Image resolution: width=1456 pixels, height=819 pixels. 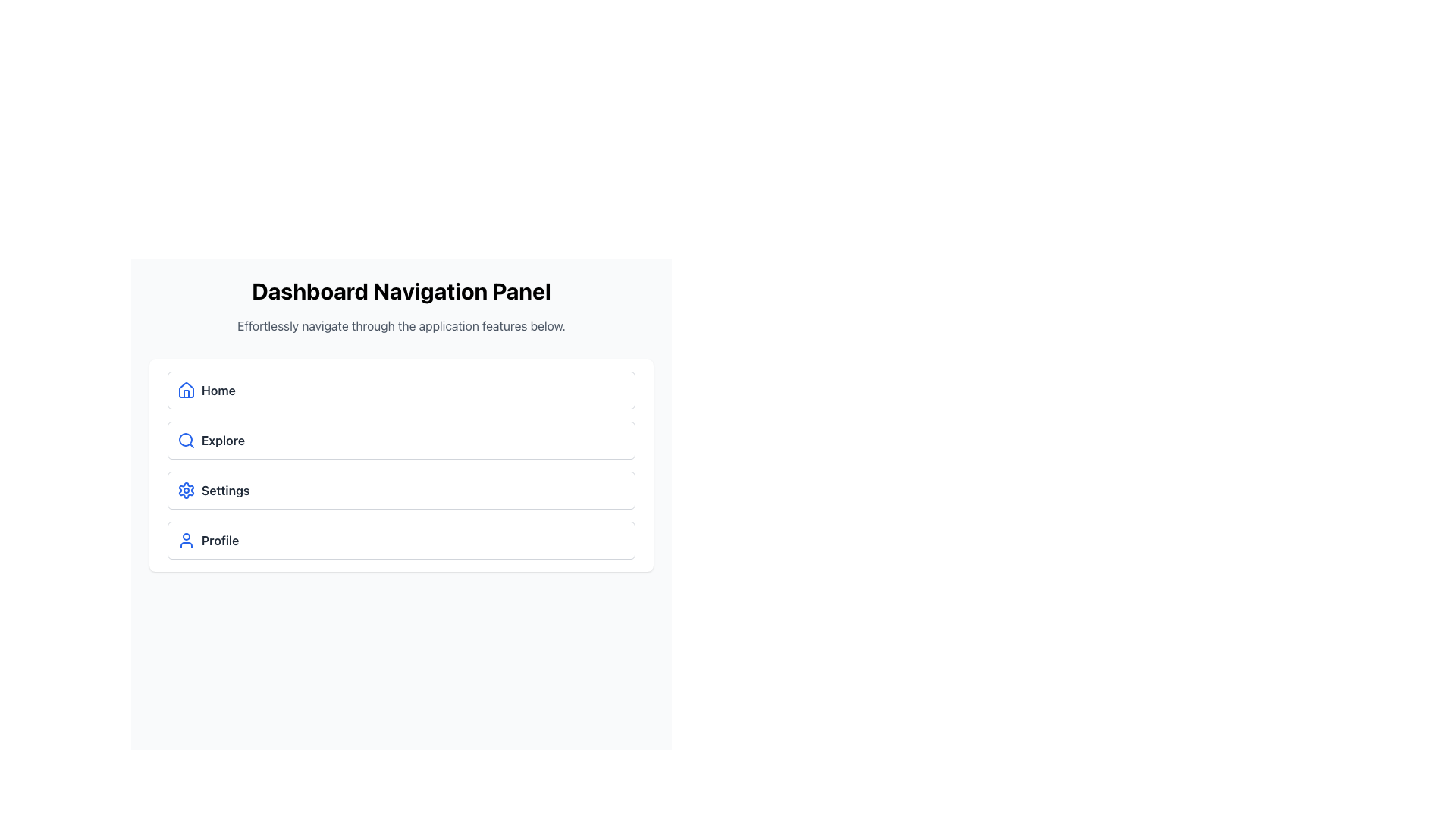 I want to click on 'Home' text label, which is styled in bold dark gray and is part of the navigation items at the top of the list, so click(x=218, y=390).